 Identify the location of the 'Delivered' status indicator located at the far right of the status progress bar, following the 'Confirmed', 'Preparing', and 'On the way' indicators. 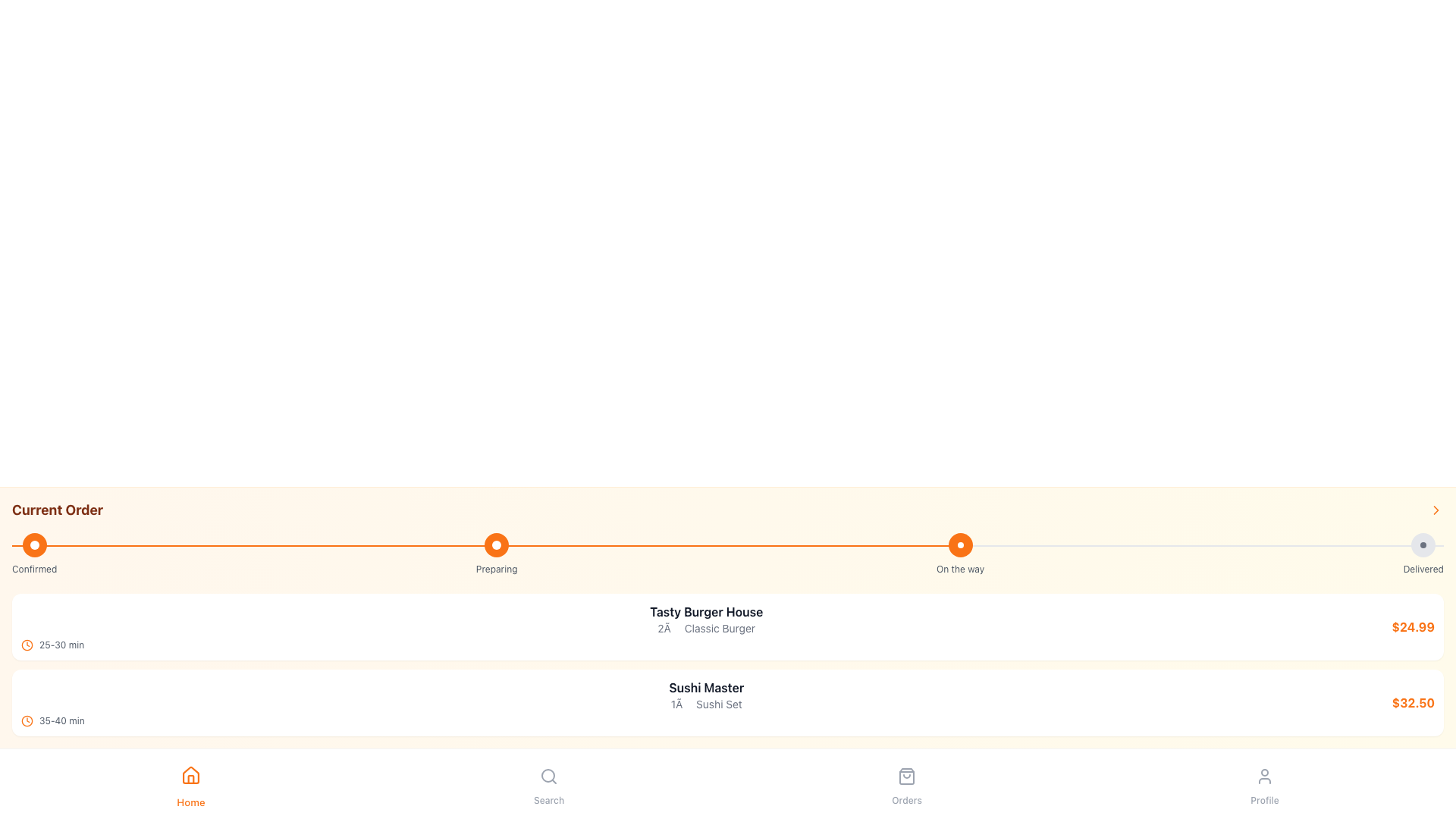
(1423, 554).